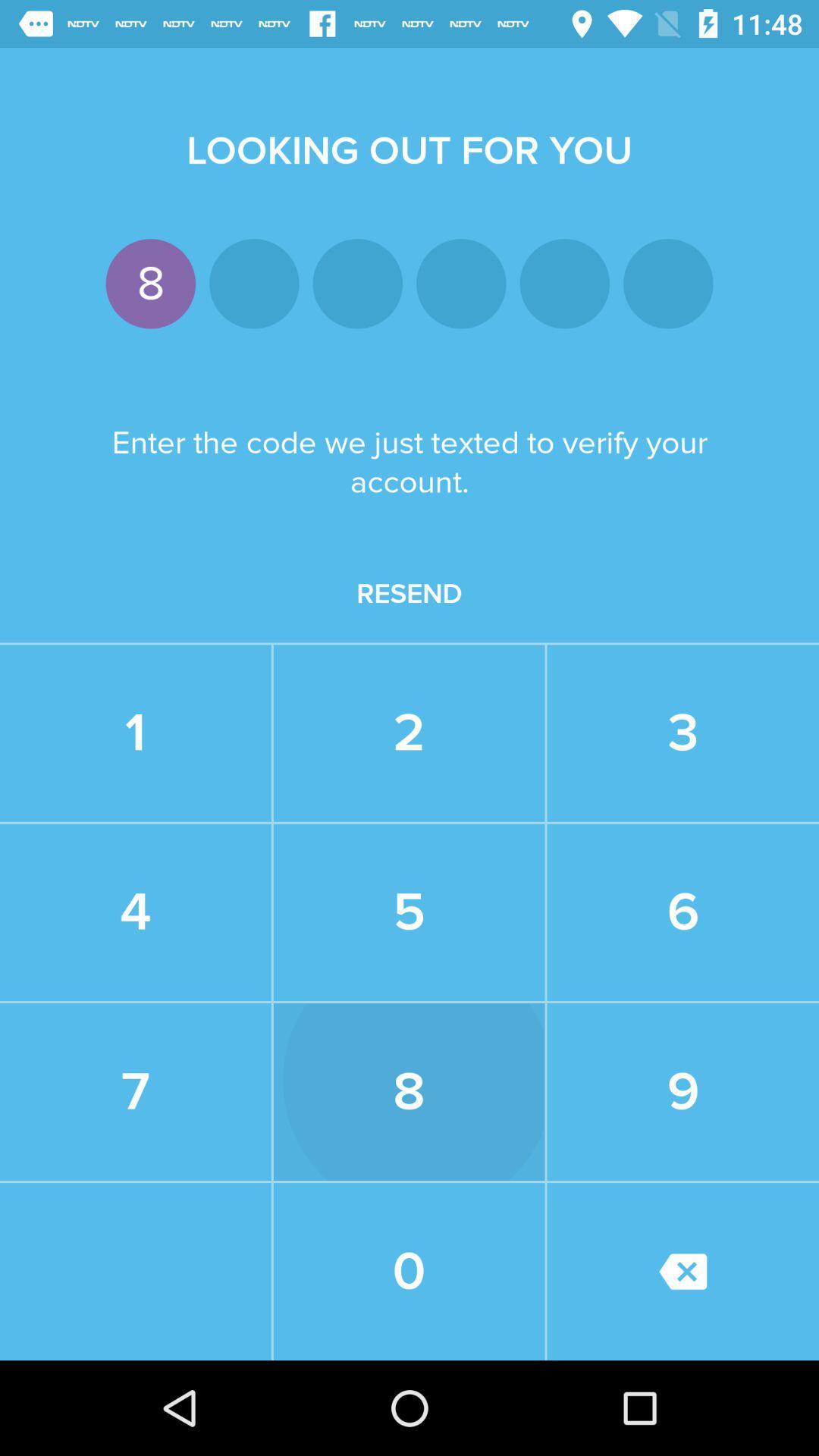 This screenshot has height=1456, width=819. Describe the element at coordinates (682, 1092) in the screenshot. I see `the 9 icon` at that location.